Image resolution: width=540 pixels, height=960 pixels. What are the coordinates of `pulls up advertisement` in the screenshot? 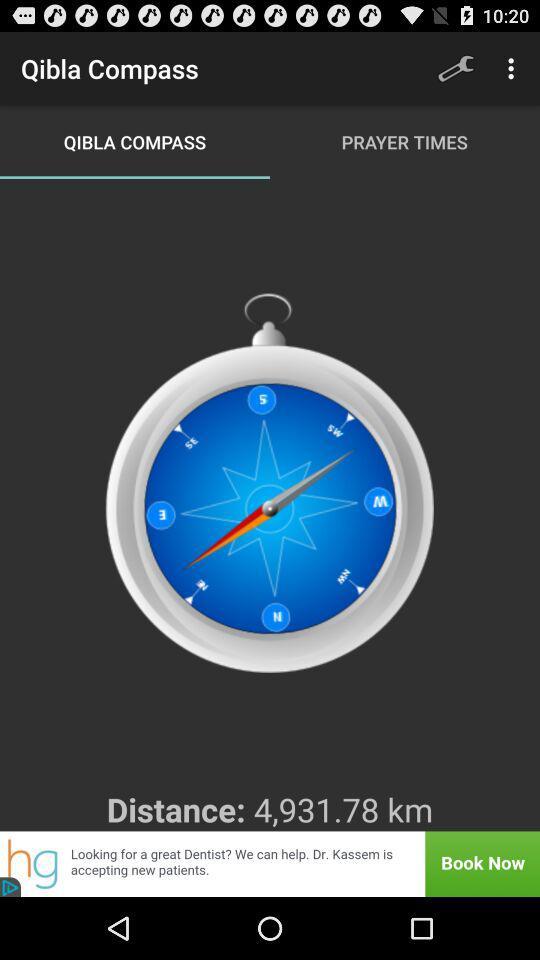 It's located at (270, 863).